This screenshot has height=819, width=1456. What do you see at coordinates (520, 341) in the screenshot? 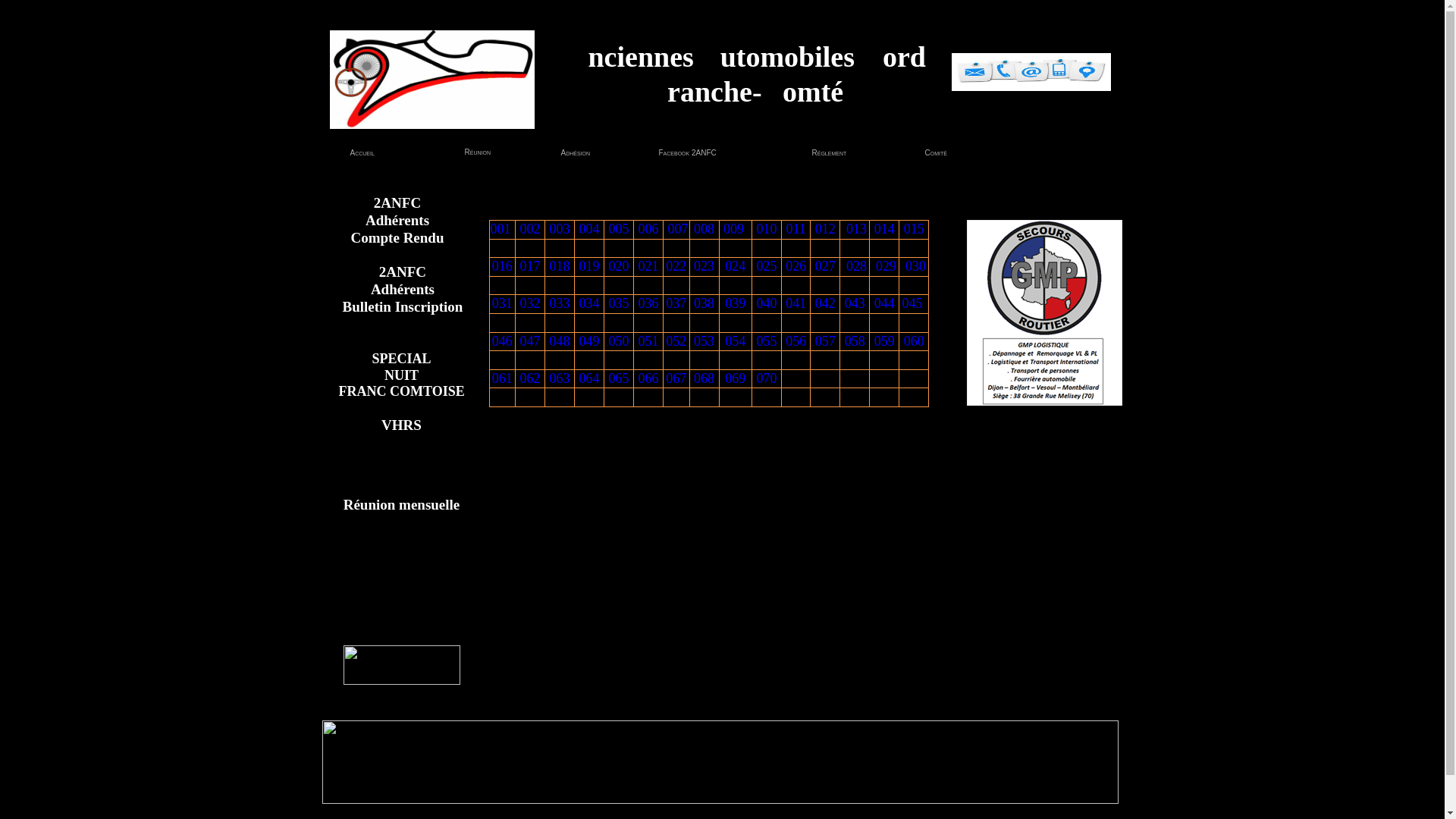
I see `'047'` at bounding box center [520, 341].